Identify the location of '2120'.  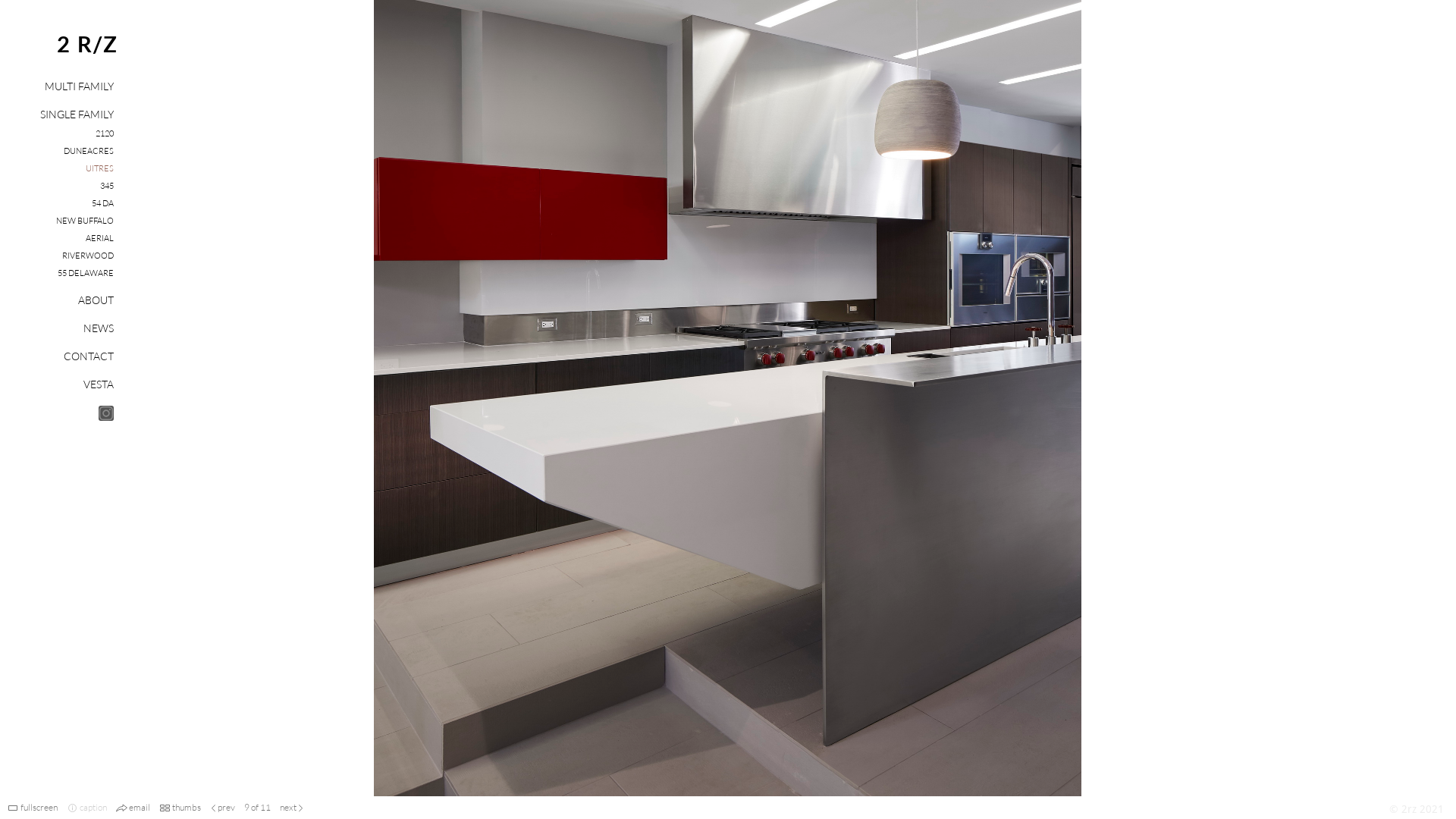
(104, 133).